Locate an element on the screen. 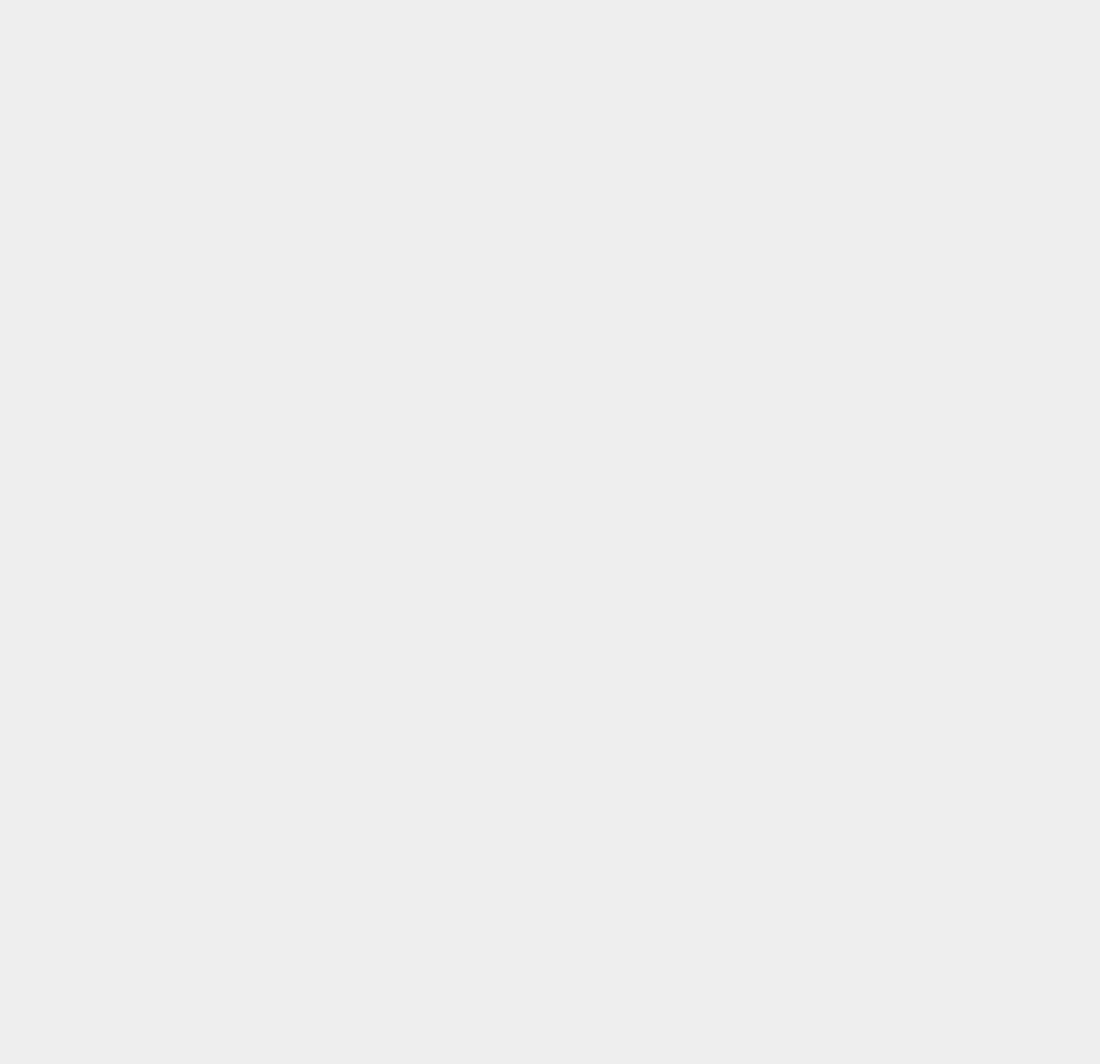 Image resolution: width=1100 pixels, height=1064 pixels. 'Downgrade' is located at coordinates (814, 541).